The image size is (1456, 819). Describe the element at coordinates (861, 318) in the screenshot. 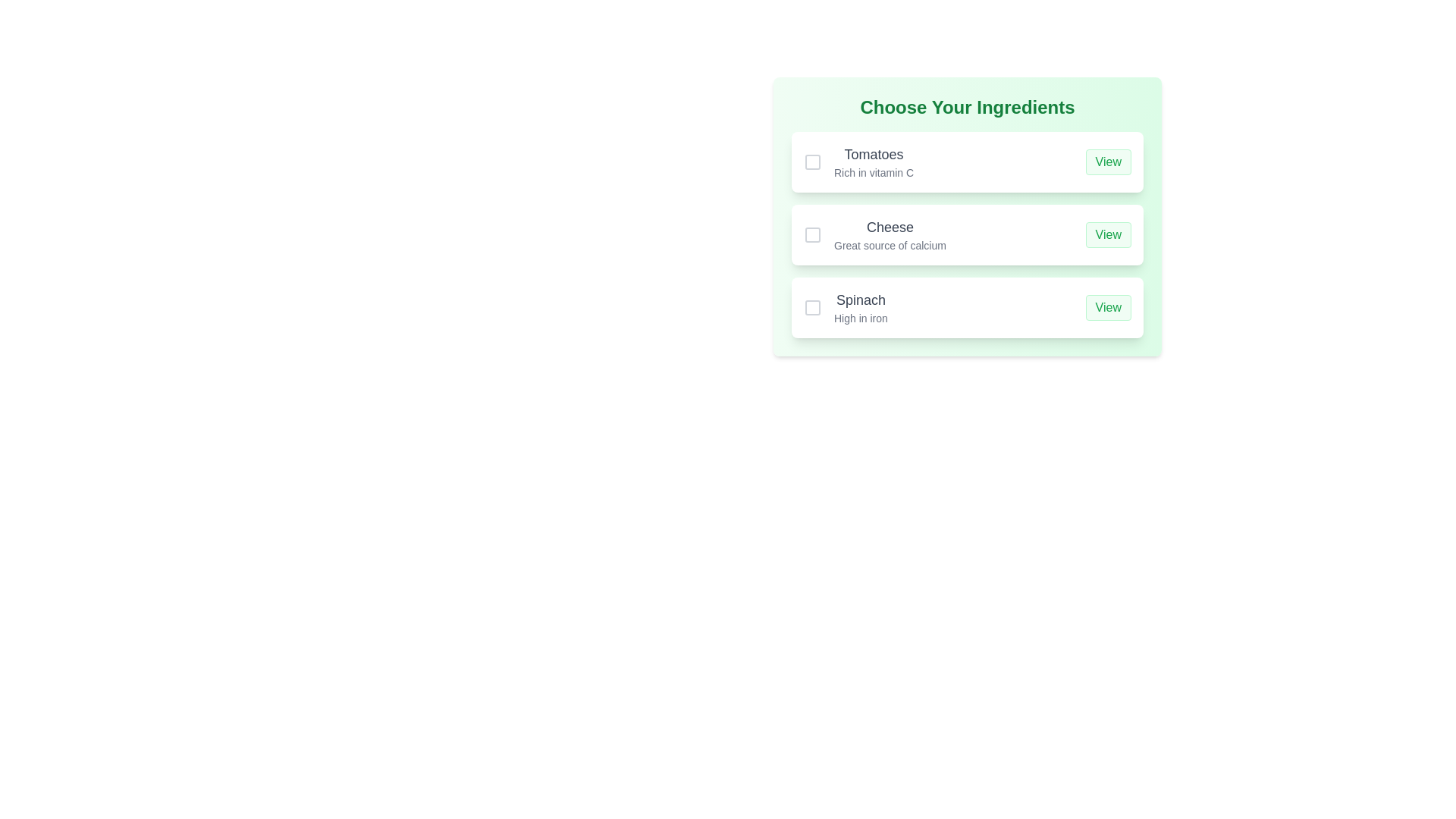

I see `the text label 'High in iron', which is styled in gray and located below the 'Spinach' label in the 'Choose Your Ingredients' list` at that location.